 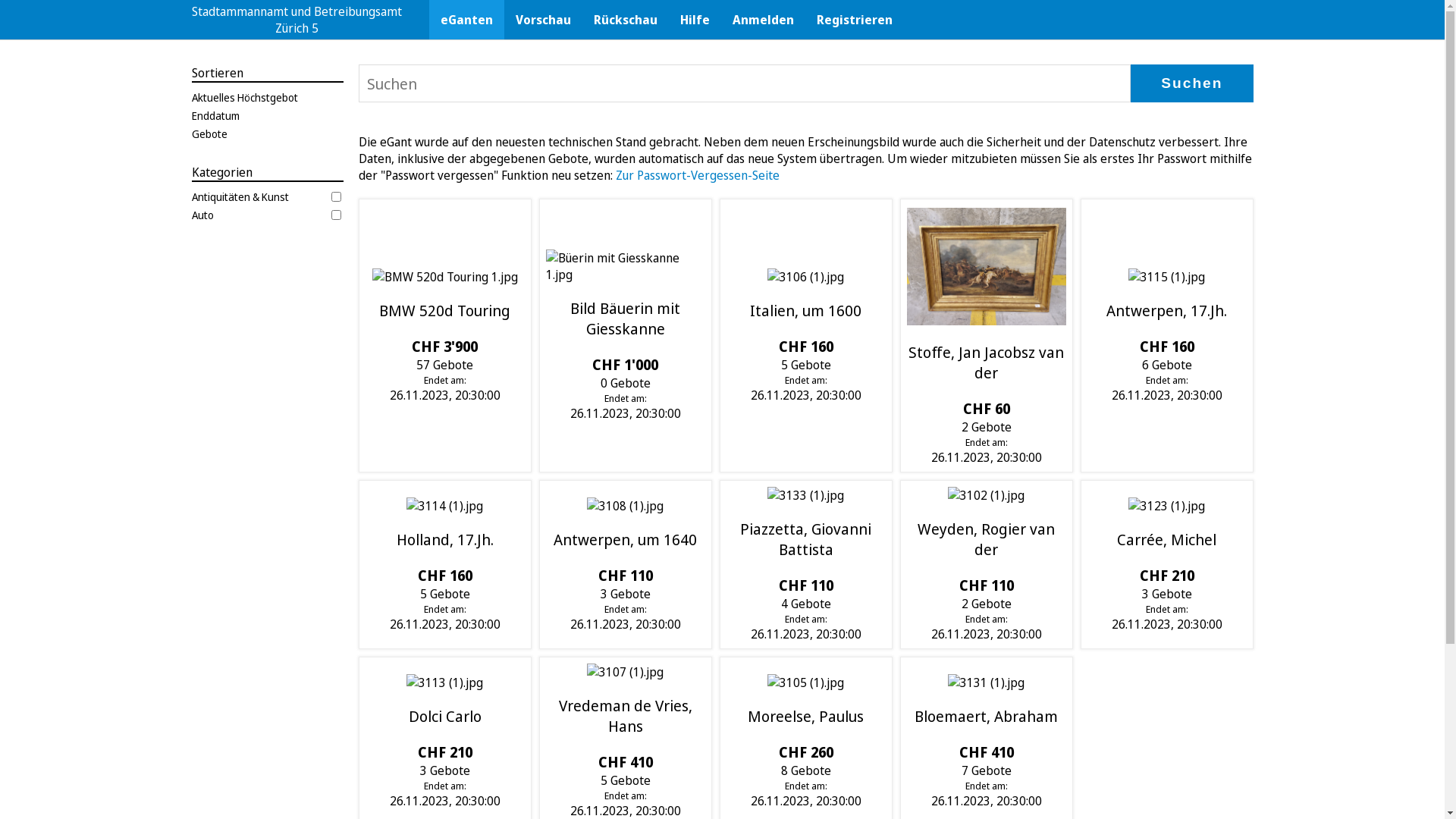 I want to click on 'Auto', so click(x=266, y=215).